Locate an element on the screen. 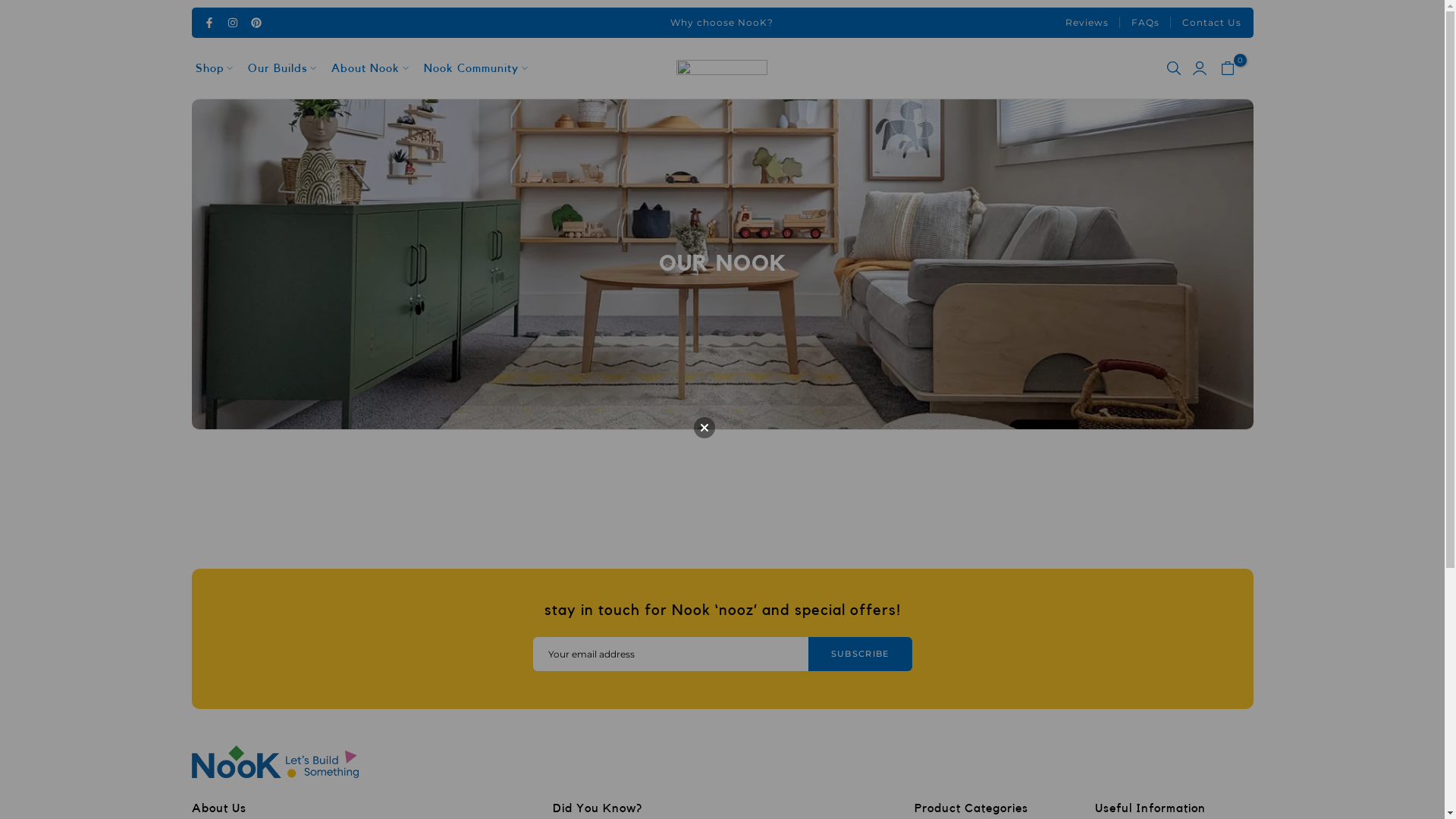 The image size is (1456, 819). 'Reviews' is located at coordinates (1065, 23).